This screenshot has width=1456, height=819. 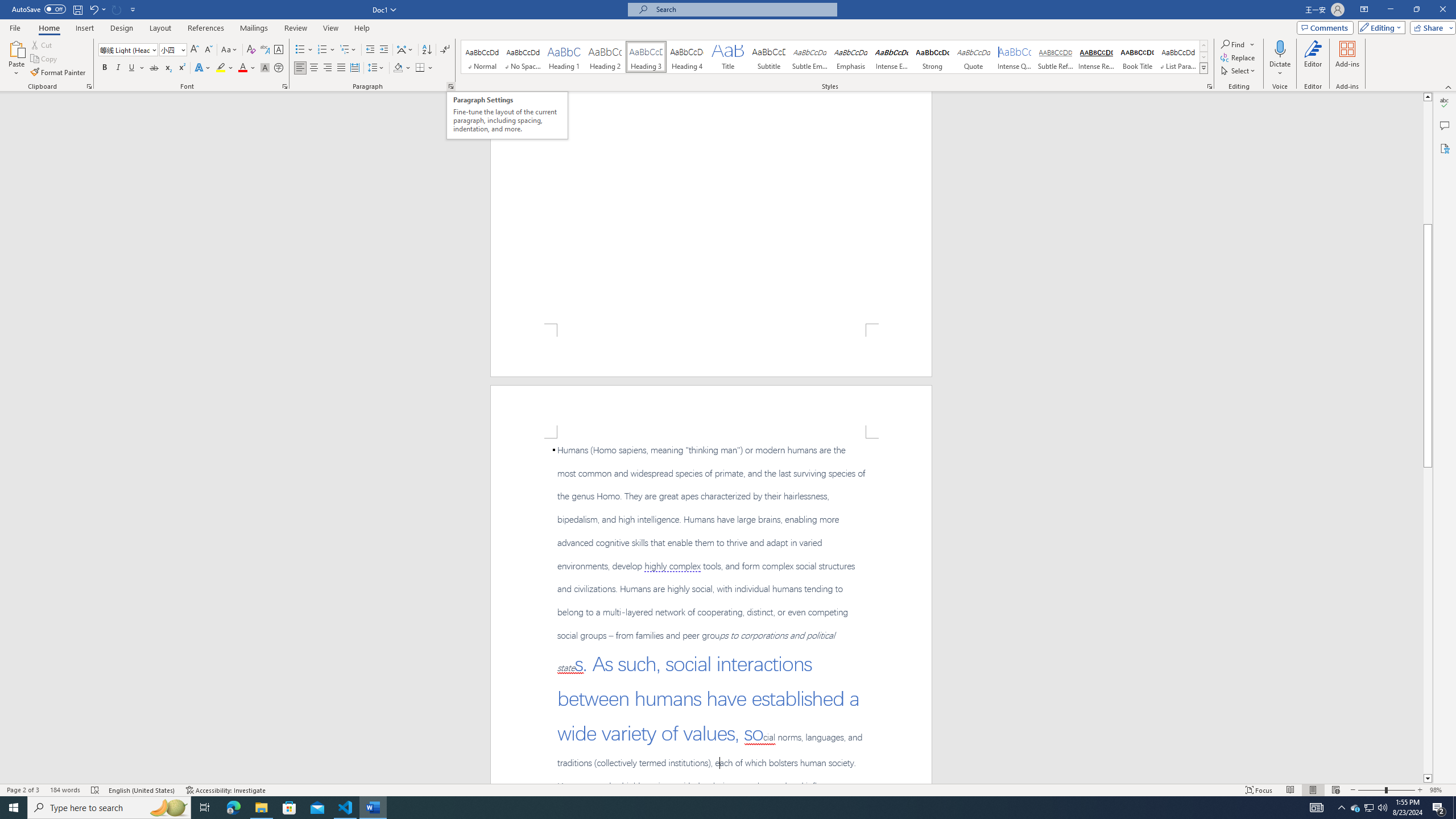 What do you see at coordinates (646, 56) in the screenshot?
I see `'Heading 3'` at bounding box center [646, 56].